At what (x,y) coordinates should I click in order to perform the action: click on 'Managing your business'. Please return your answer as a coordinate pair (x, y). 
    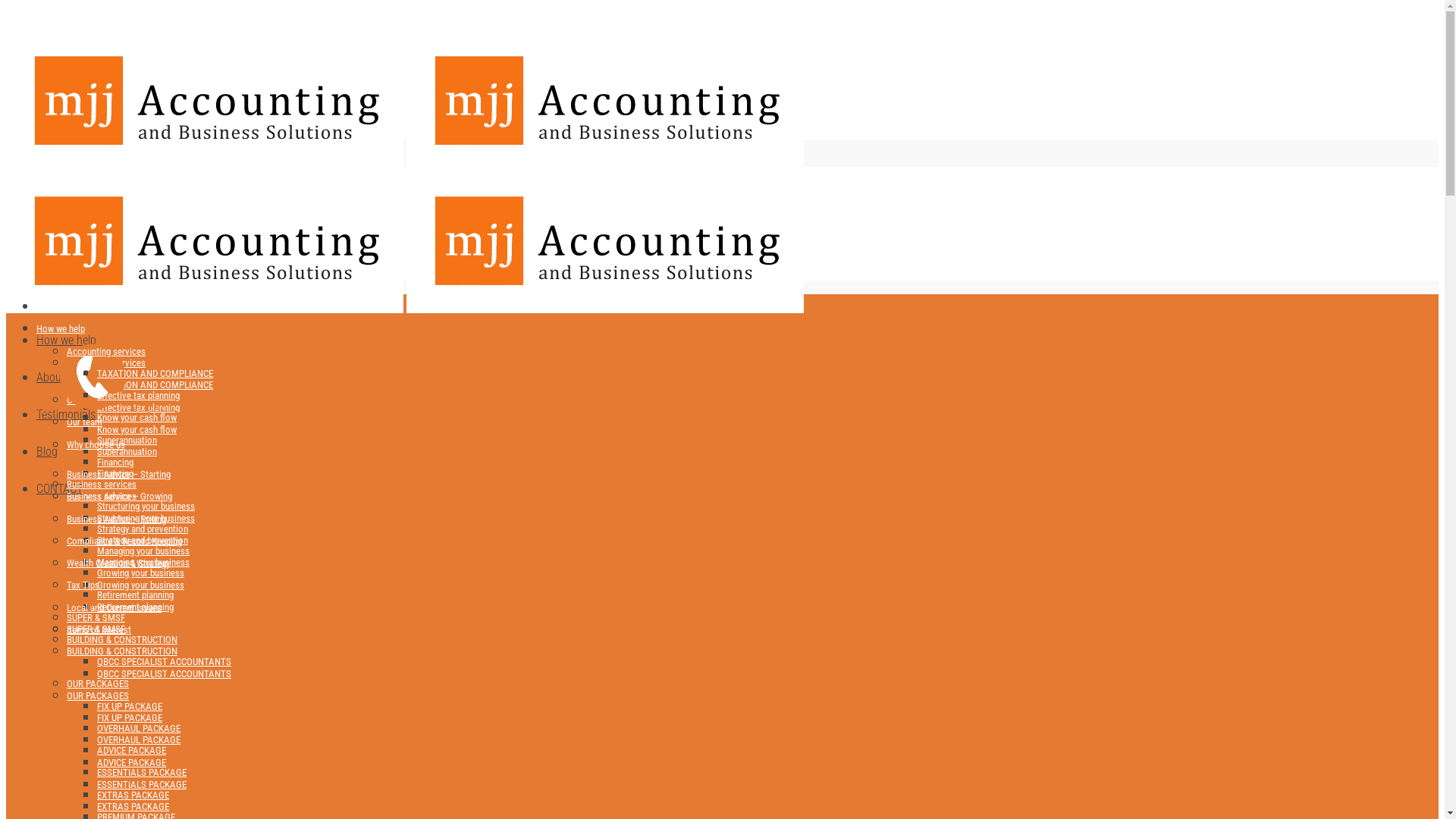
    Looking at the image, I should click on (143, 551).